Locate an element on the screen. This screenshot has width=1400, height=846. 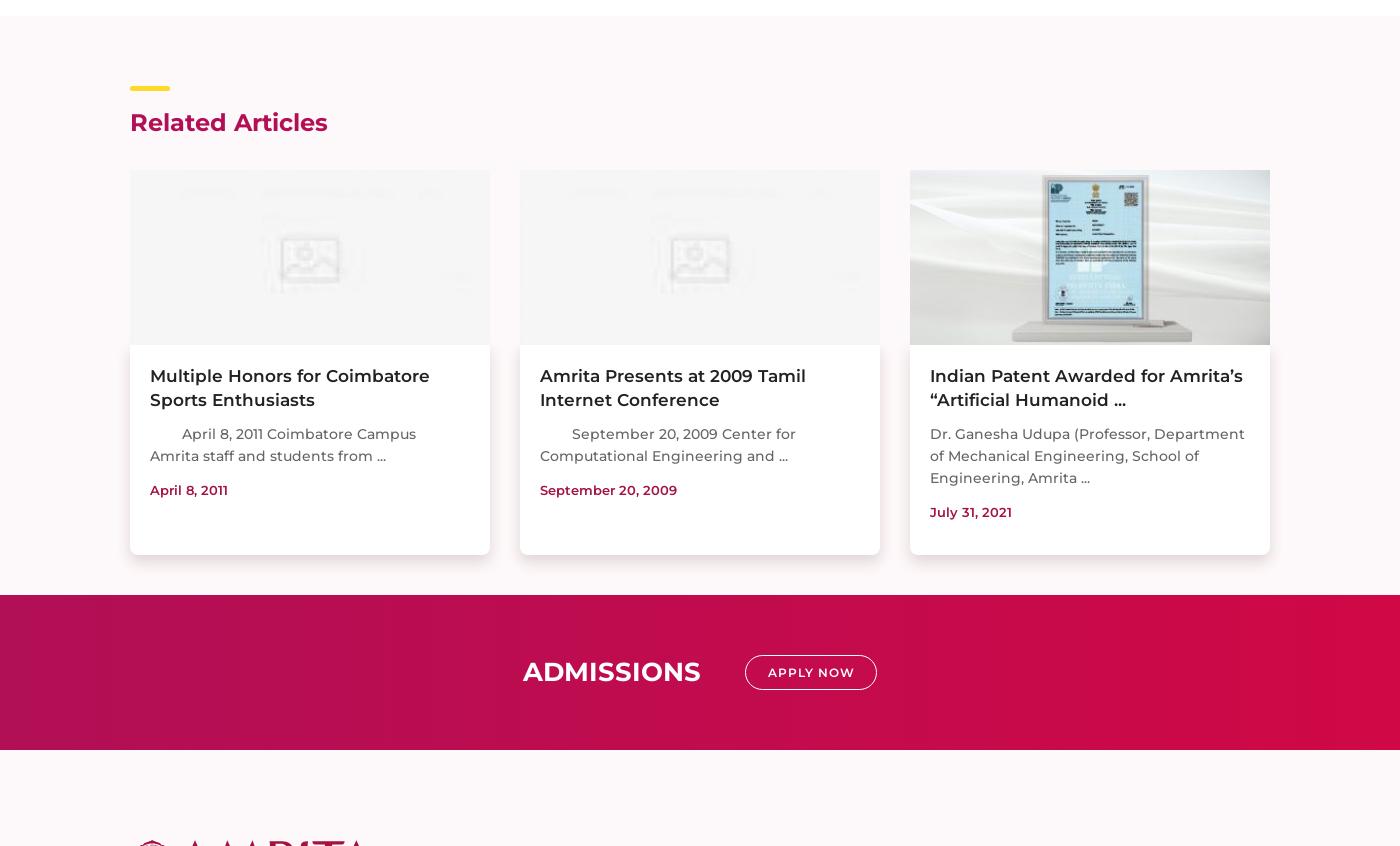
'Dr. Ganesha Udupa (Professor, Department of Mechanical Engineering, School of Engineering, Amrita ...' is located at coordinates (1087, 453).